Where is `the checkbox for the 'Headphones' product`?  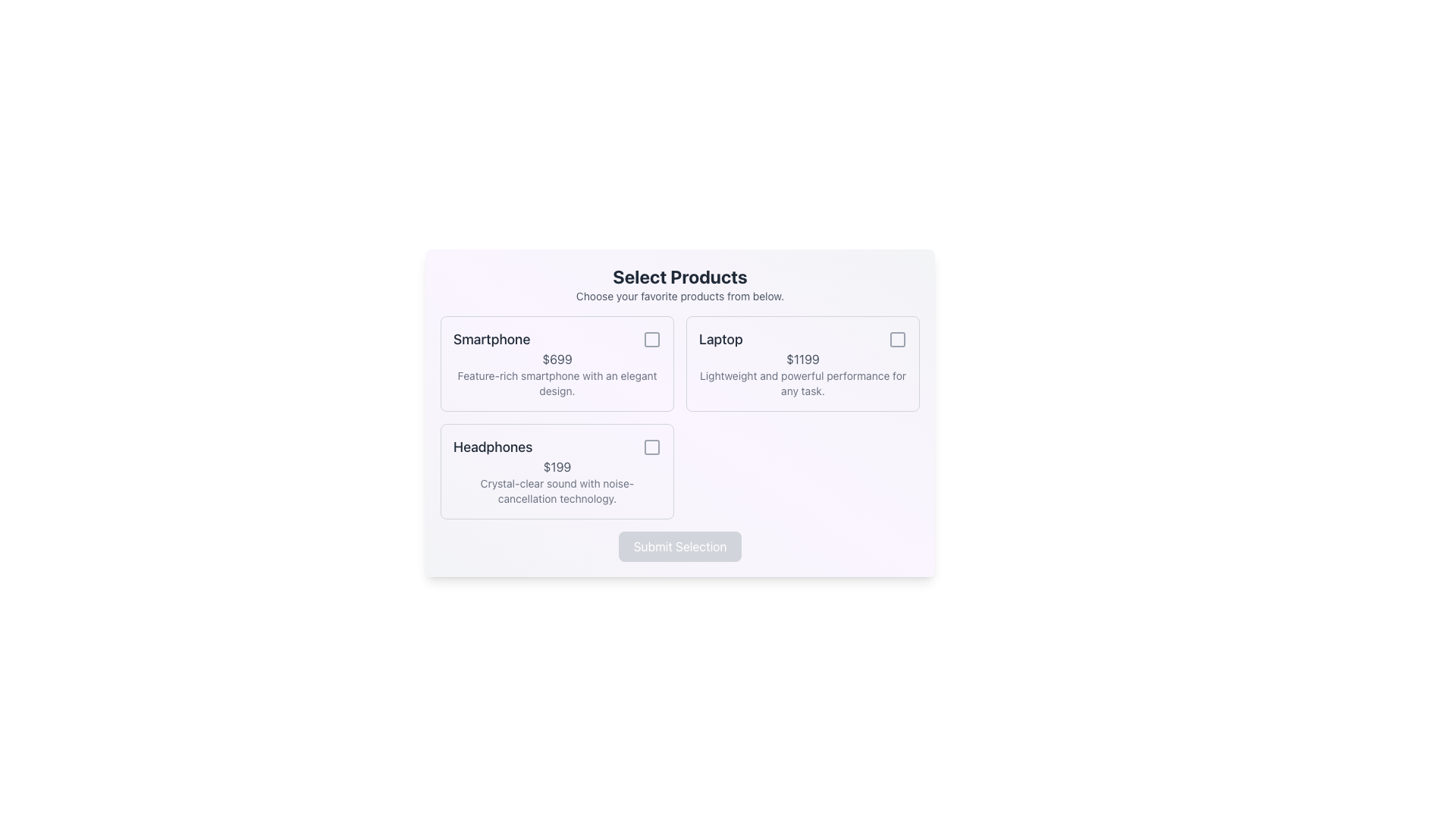 the checkbox for the 'Headphones' product is located at coordinates (651, 447).